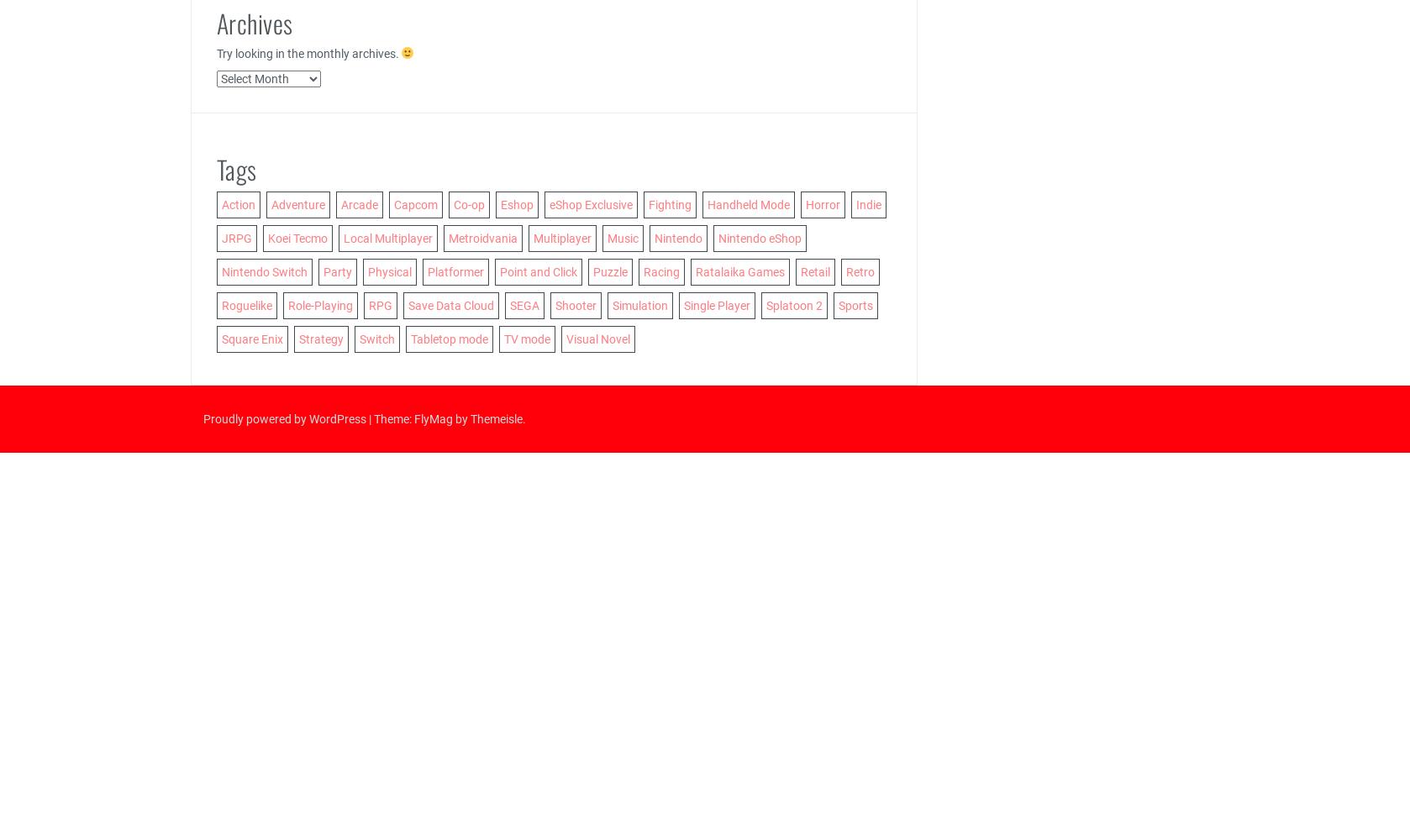  What do you see at coordinates (610, 304) in the screenshot?
I see `'Simulation'` at bounding box center [610, 304].